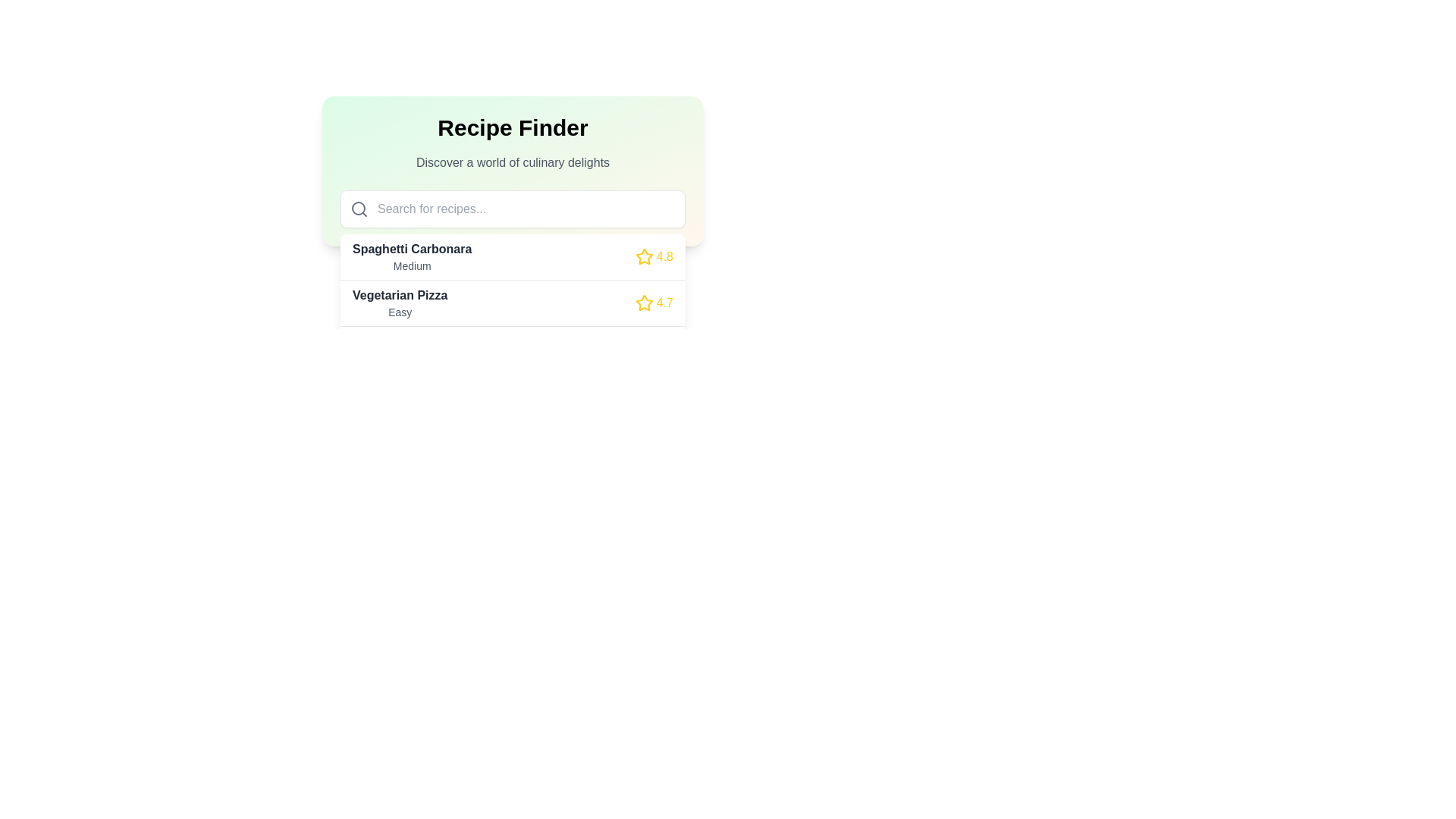  Describe the element at coordinates (400, 312) in the screenshot. I see `text content of the informational label located beneath the 'Vegetarian Pizza' label in the second row of the vertical list` at that location.